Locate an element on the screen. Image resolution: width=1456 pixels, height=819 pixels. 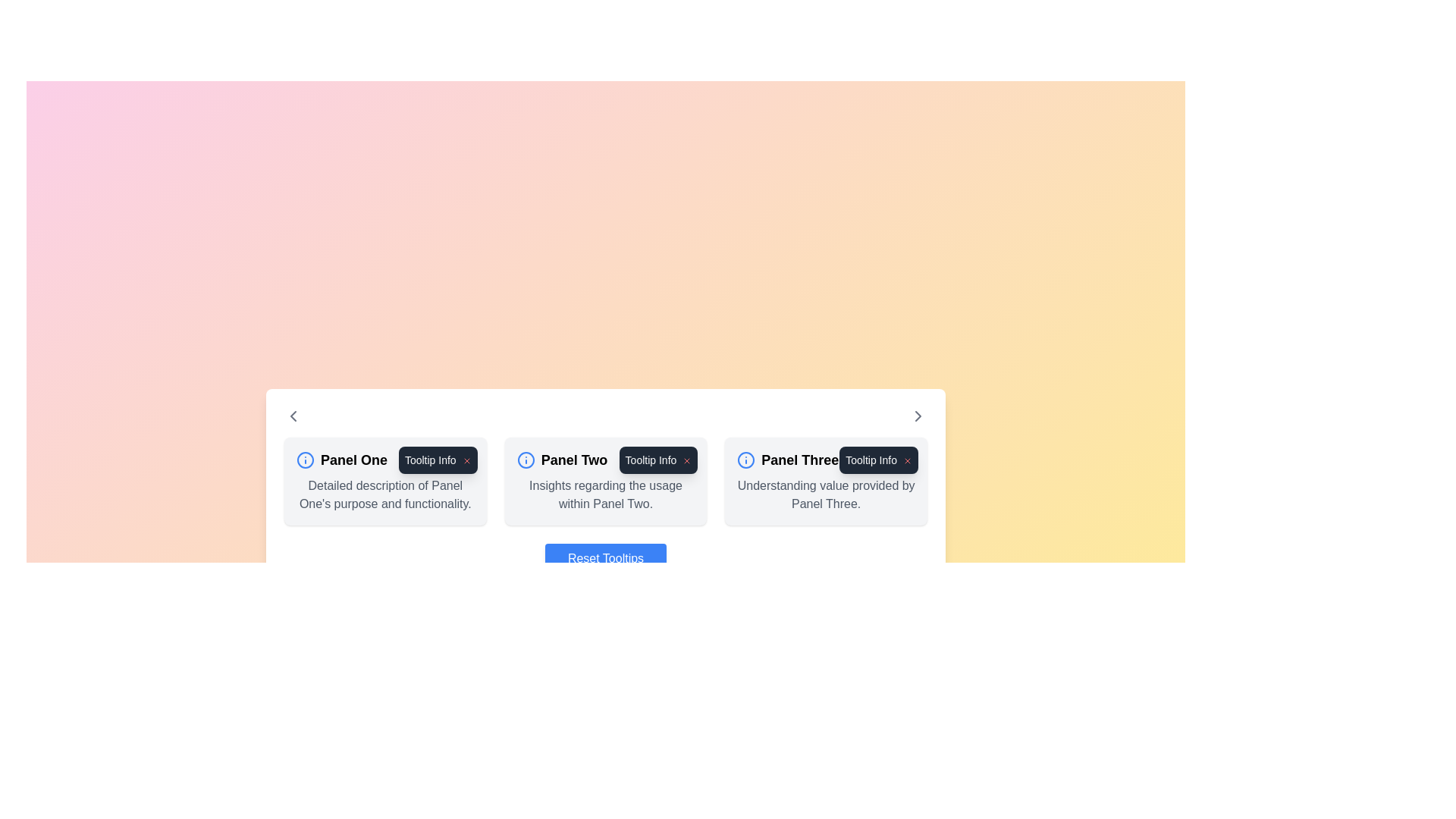
the 'X' icon on the gray tooltip labeled 'Tooltip Info' is located at coordinates (437, 459).